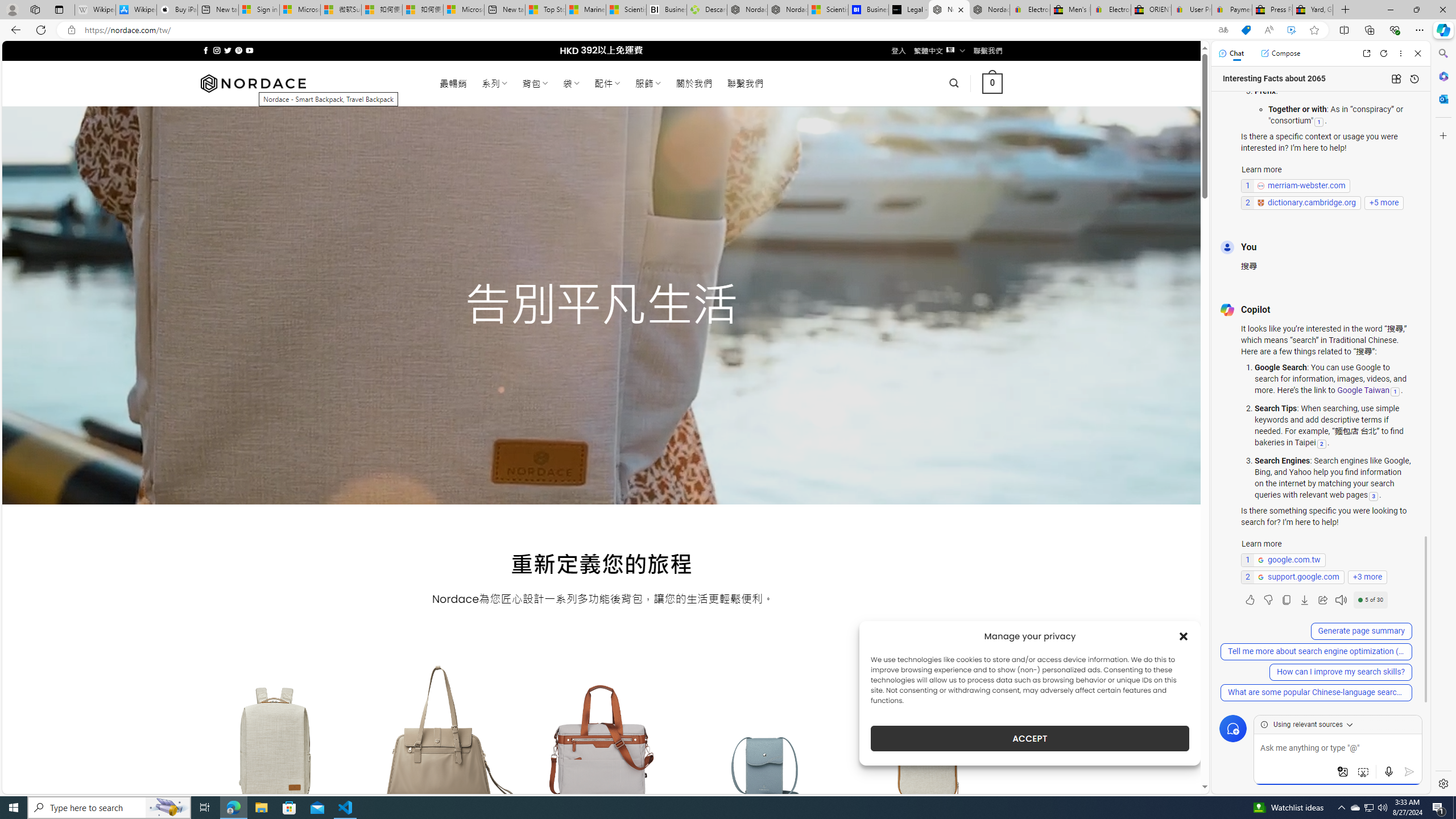  What do you see at coordinates (216, 50) in the screenshot?
I see `'Follow on Instagram'` at bounding box center [216, 50].